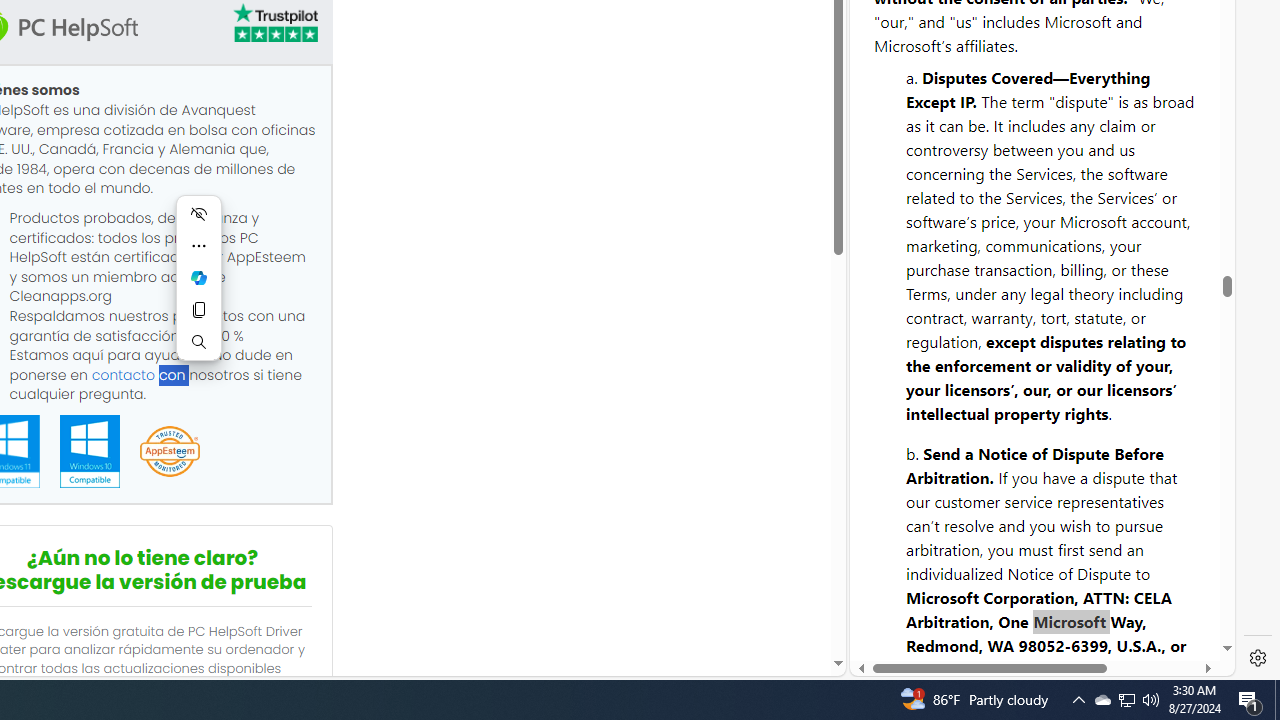 This screenshot has width=1280, height=720. What do you see at coordinates (199, 244) in the screenshot?
I see `'More actions'` at bounding box center [199, 244].